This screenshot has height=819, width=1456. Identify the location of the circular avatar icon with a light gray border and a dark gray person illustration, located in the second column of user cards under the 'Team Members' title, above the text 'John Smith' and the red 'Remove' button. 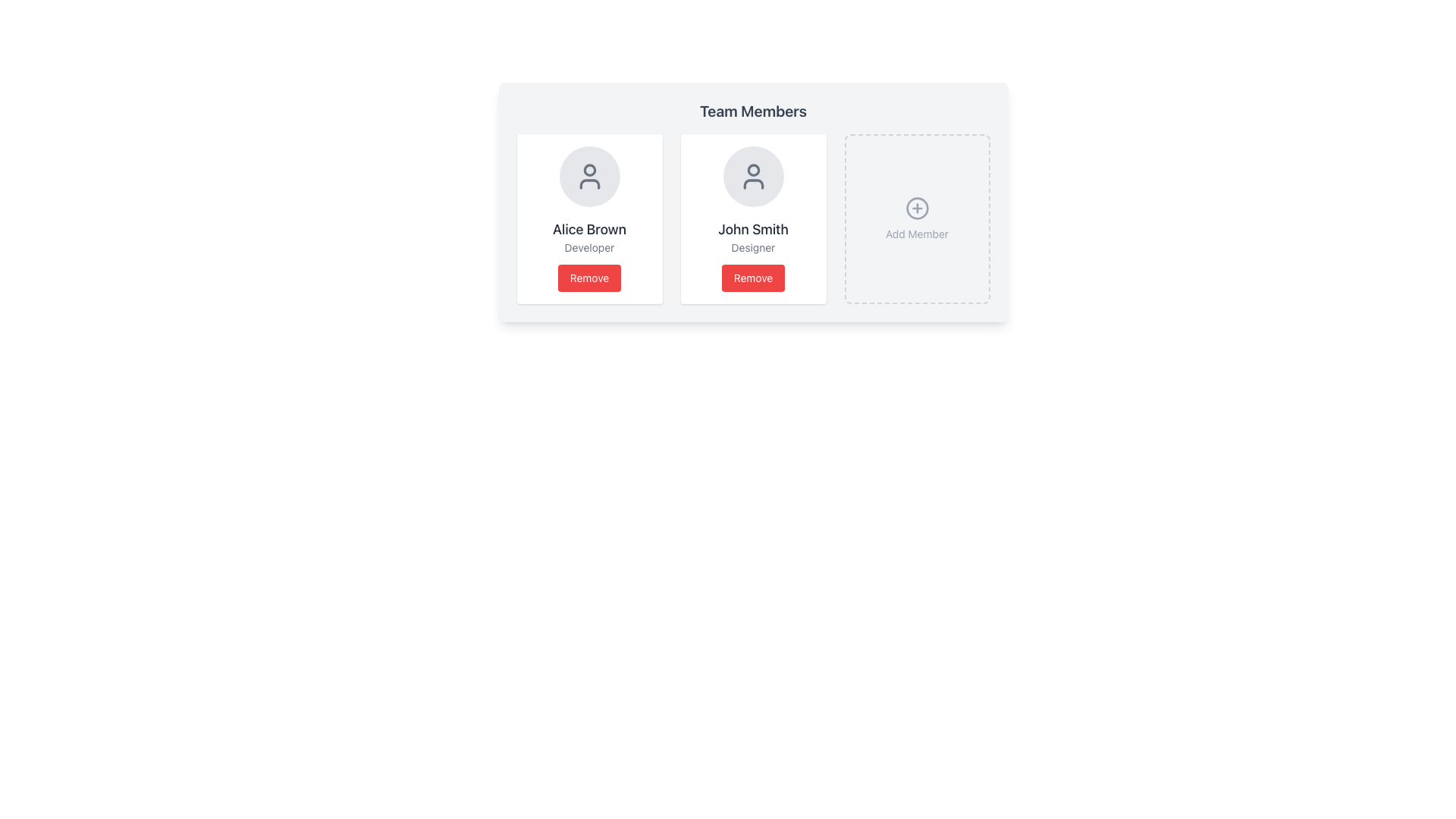
(753, 175).